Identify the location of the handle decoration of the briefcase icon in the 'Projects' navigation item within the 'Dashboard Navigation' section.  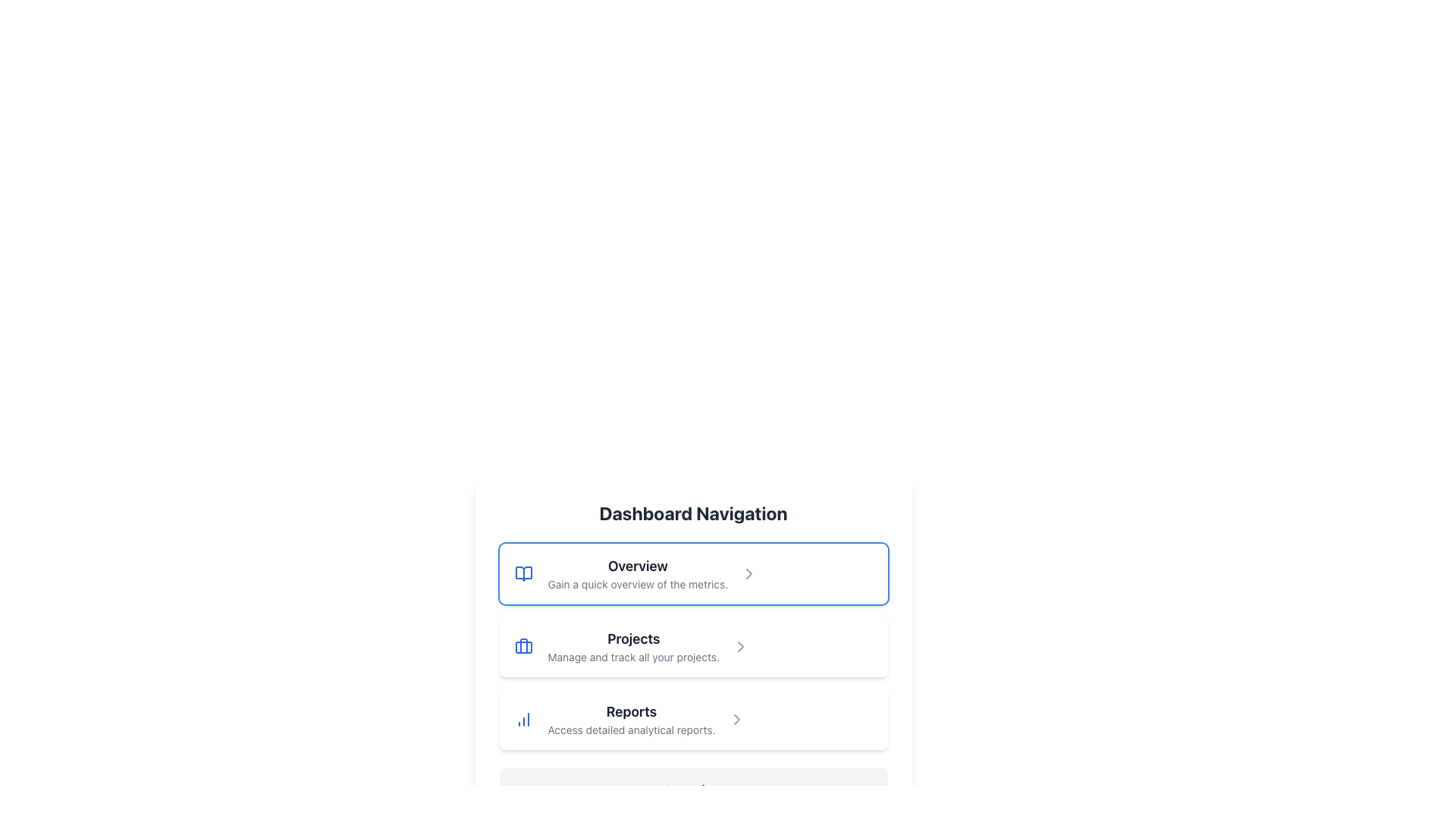
(523, 647).